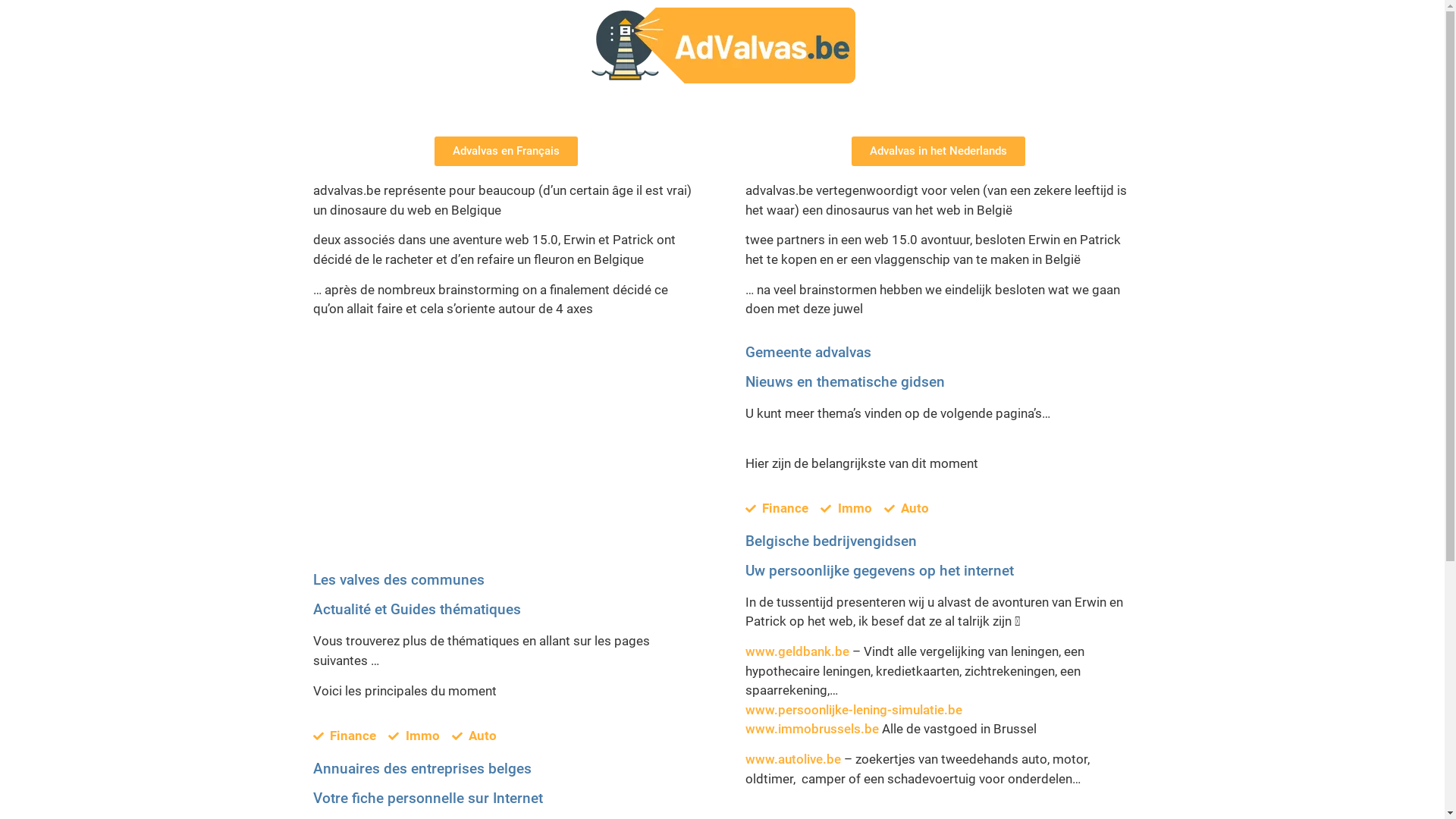 The height and width of the screenshot is (819, 1456). What do you see at coordinates (811, 727) in the screenshot?
I see `'www.immobrussels.be'` at bounding box center [811, 727].